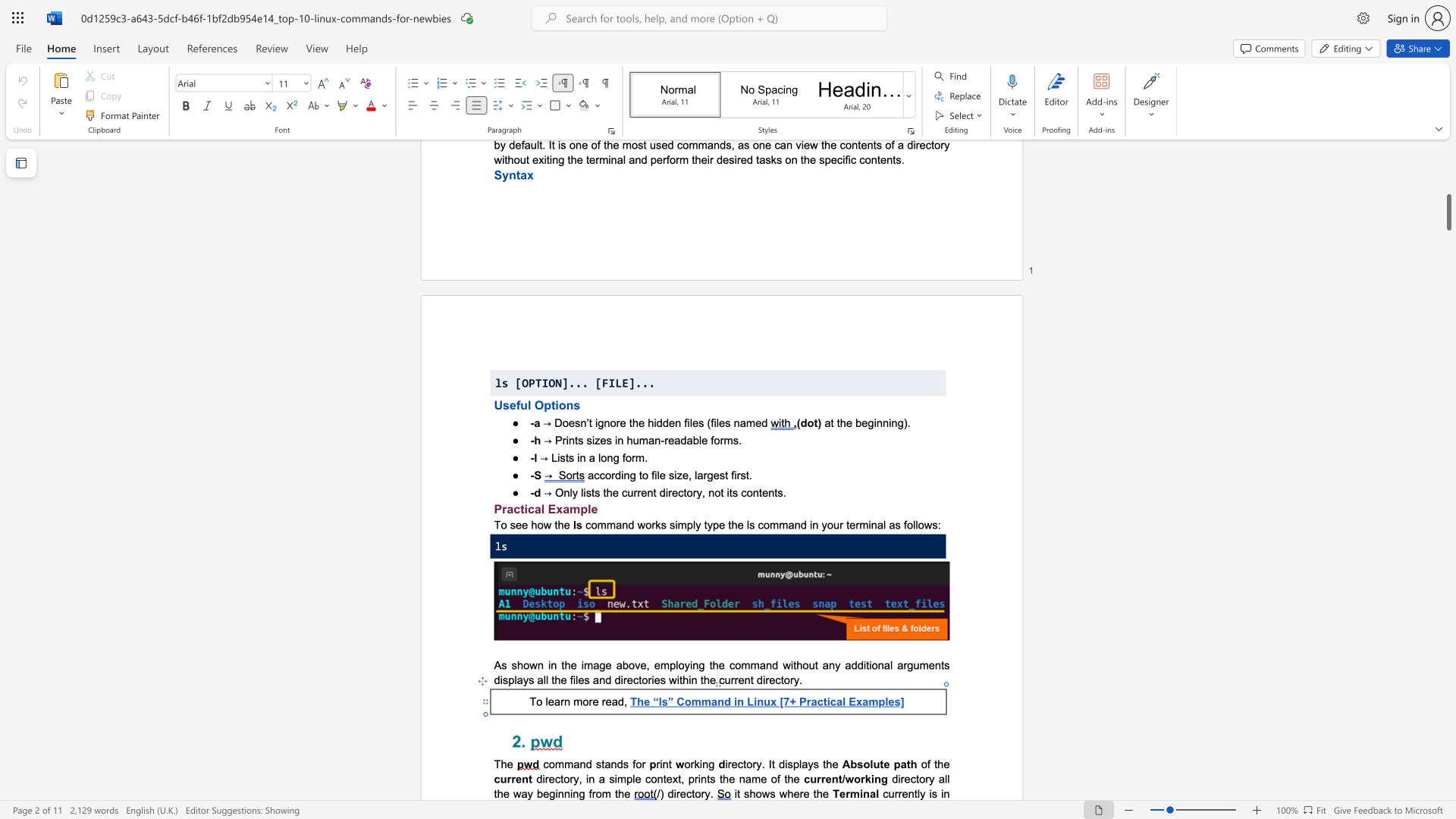 The image size is (1456, 819). I want to click on the 2th character "s" in the text, so click(772, 792).